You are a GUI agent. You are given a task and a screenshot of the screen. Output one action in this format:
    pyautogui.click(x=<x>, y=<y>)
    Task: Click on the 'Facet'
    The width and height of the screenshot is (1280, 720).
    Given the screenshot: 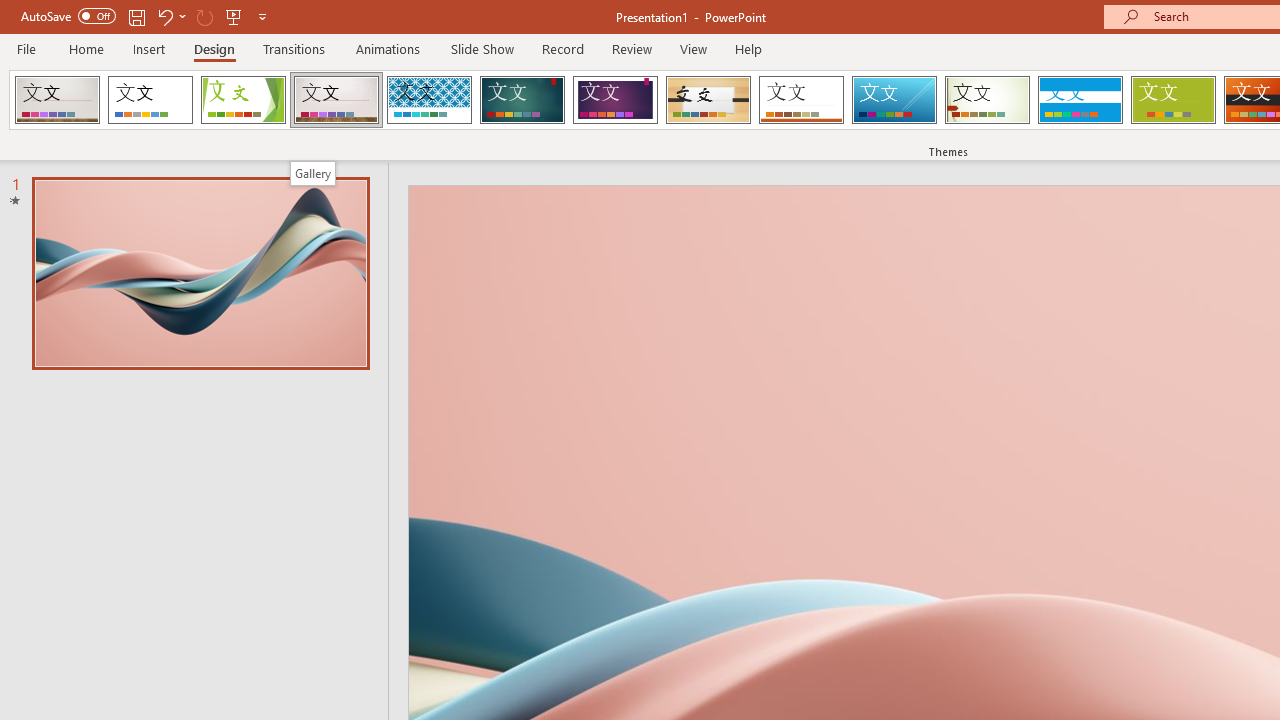 What is the action you would take?
    pyautogui.click(x=242, y=100)
    